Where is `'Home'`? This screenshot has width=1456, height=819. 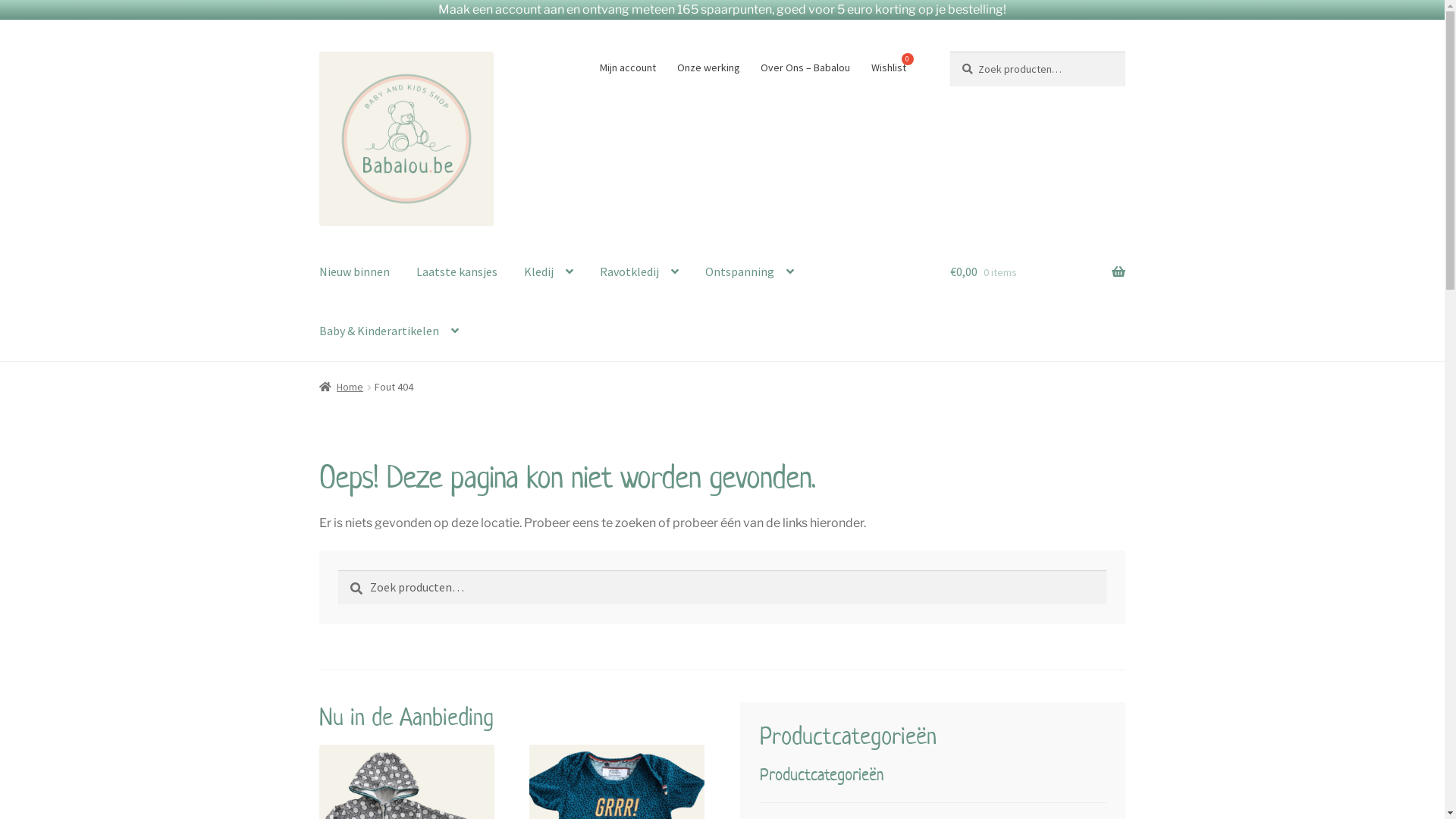 'Home' is located at coordinates (340, 385).